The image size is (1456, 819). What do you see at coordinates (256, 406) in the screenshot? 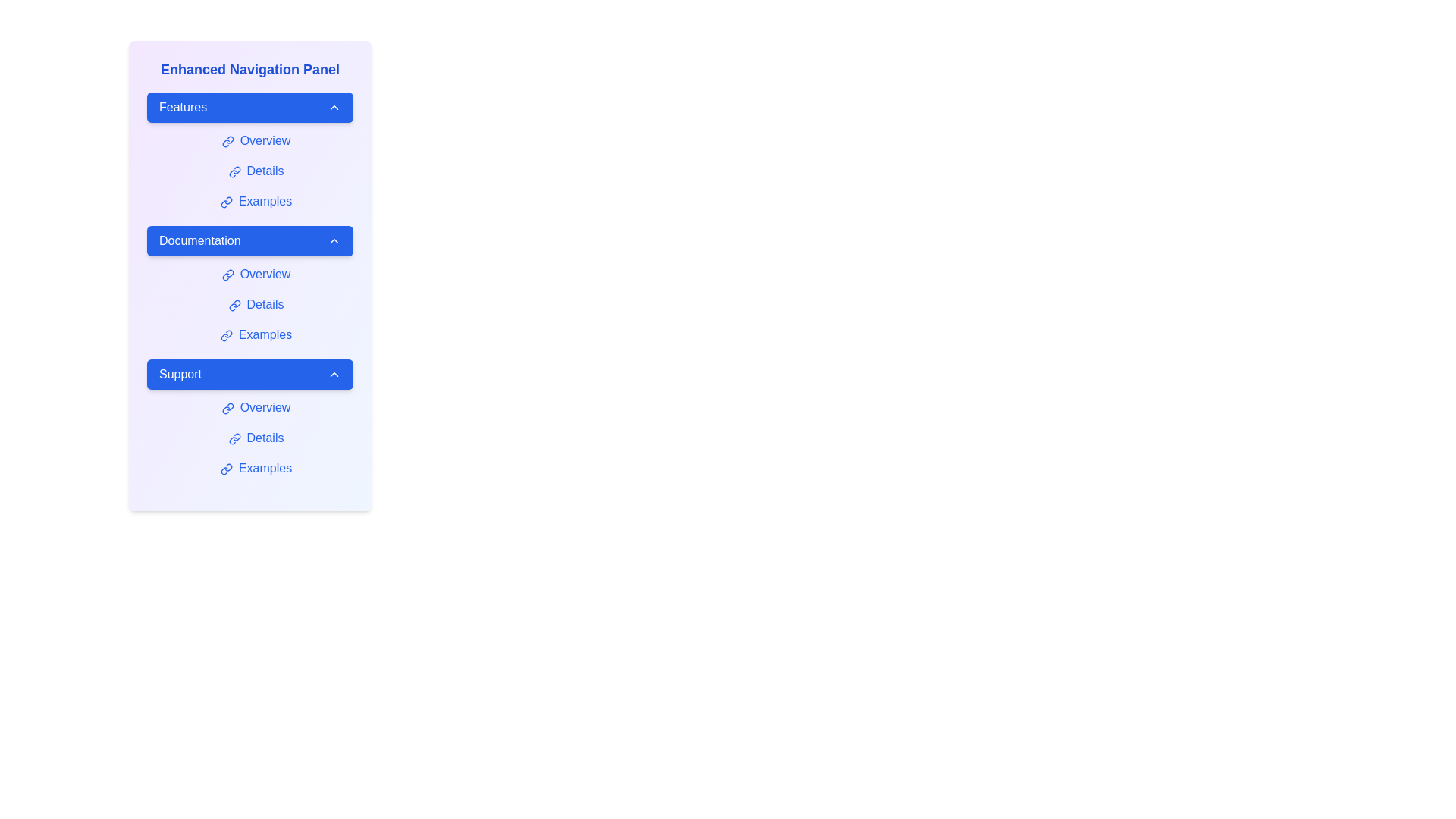
I see `the 'Overview' hyperlink in the 'Support' section of the navigation panel` at bounding box center [256, 406].